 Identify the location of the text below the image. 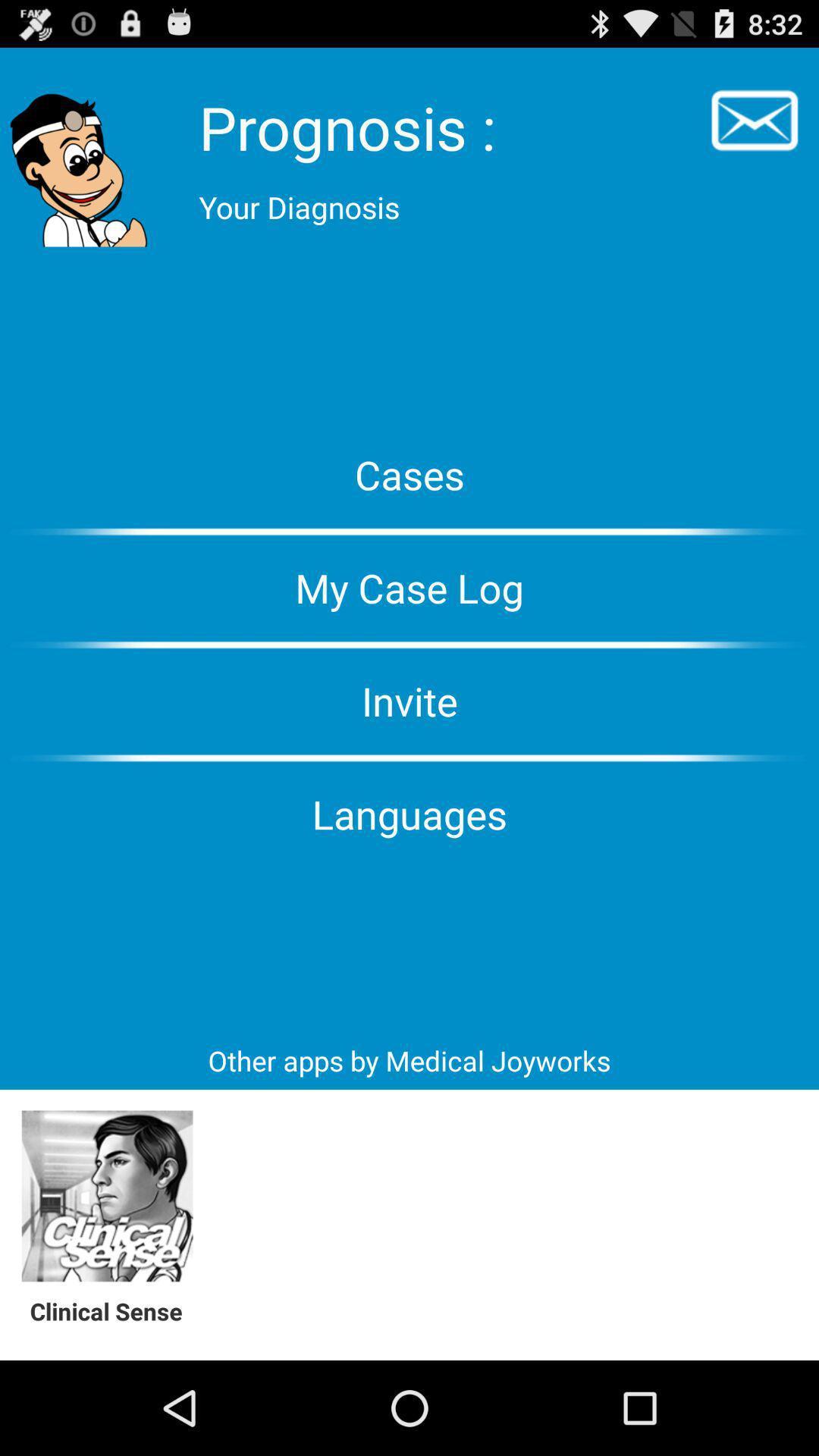
(114, 1310).